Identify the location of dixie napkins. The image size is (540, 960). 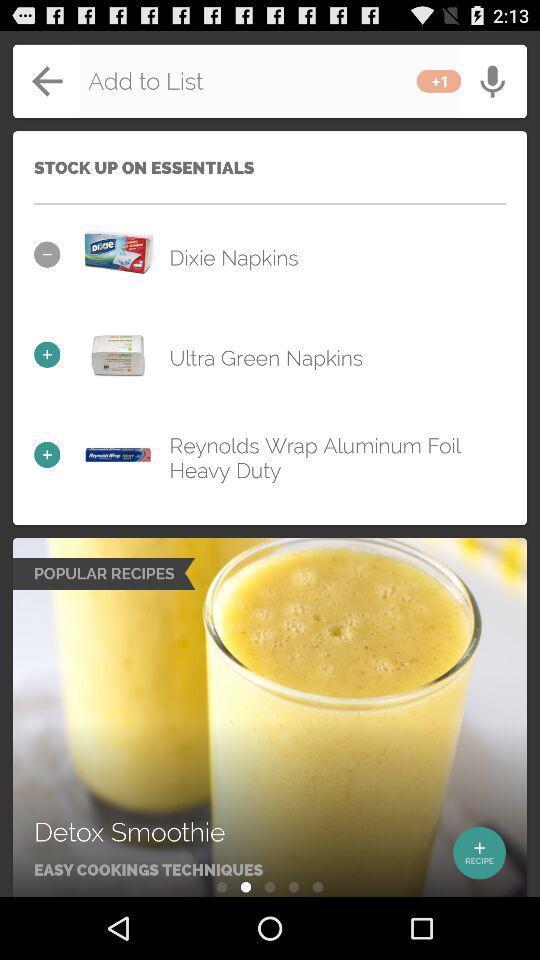
(118, 253).